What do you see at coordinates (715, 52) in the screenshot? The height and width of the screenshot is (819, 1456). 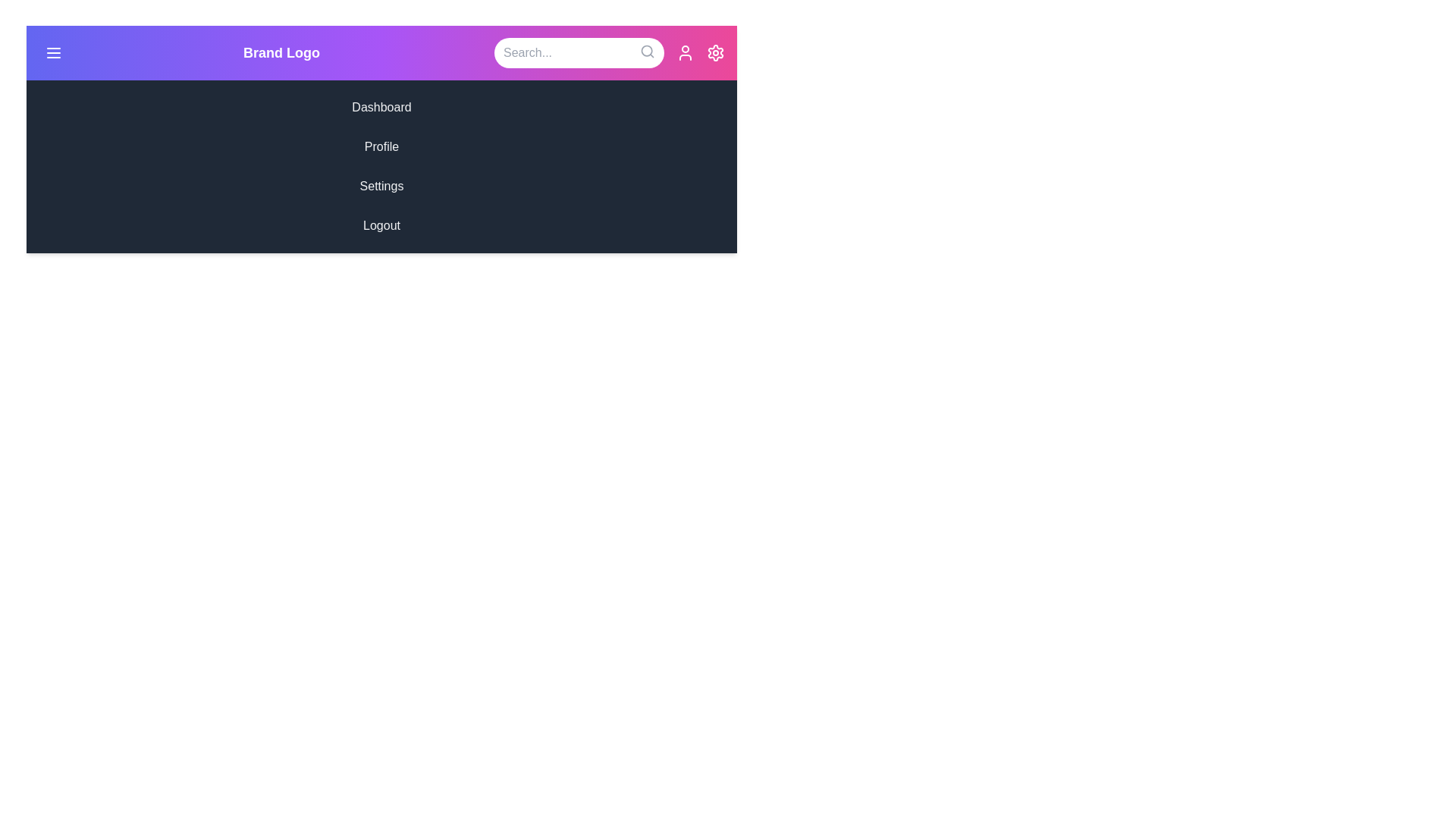 I see `the settings icon in the StylishAppBar` at bounding box center [715, 52].